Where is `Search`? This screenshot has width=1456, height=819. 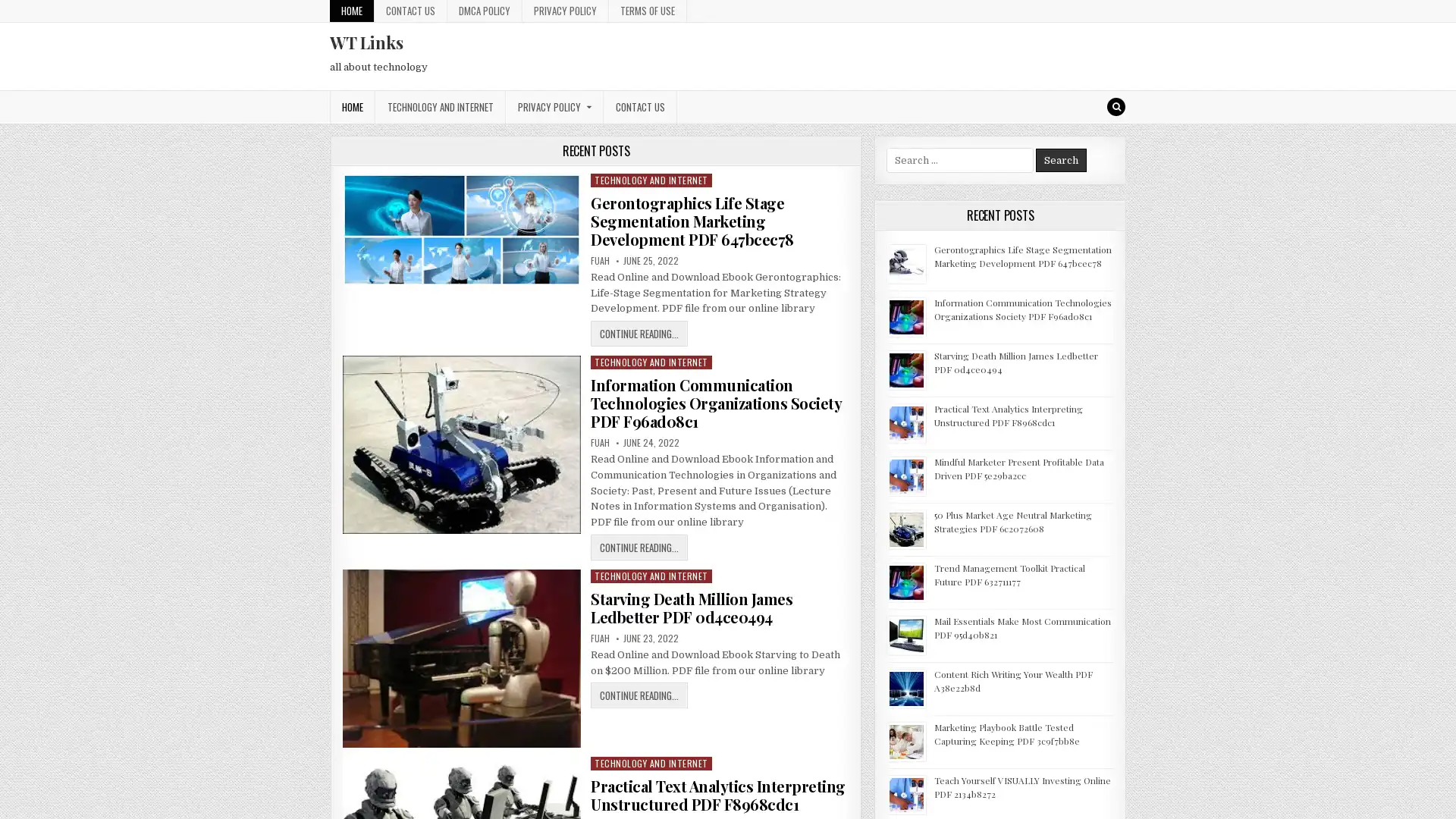 Search is located at coordinates (1060, 160).